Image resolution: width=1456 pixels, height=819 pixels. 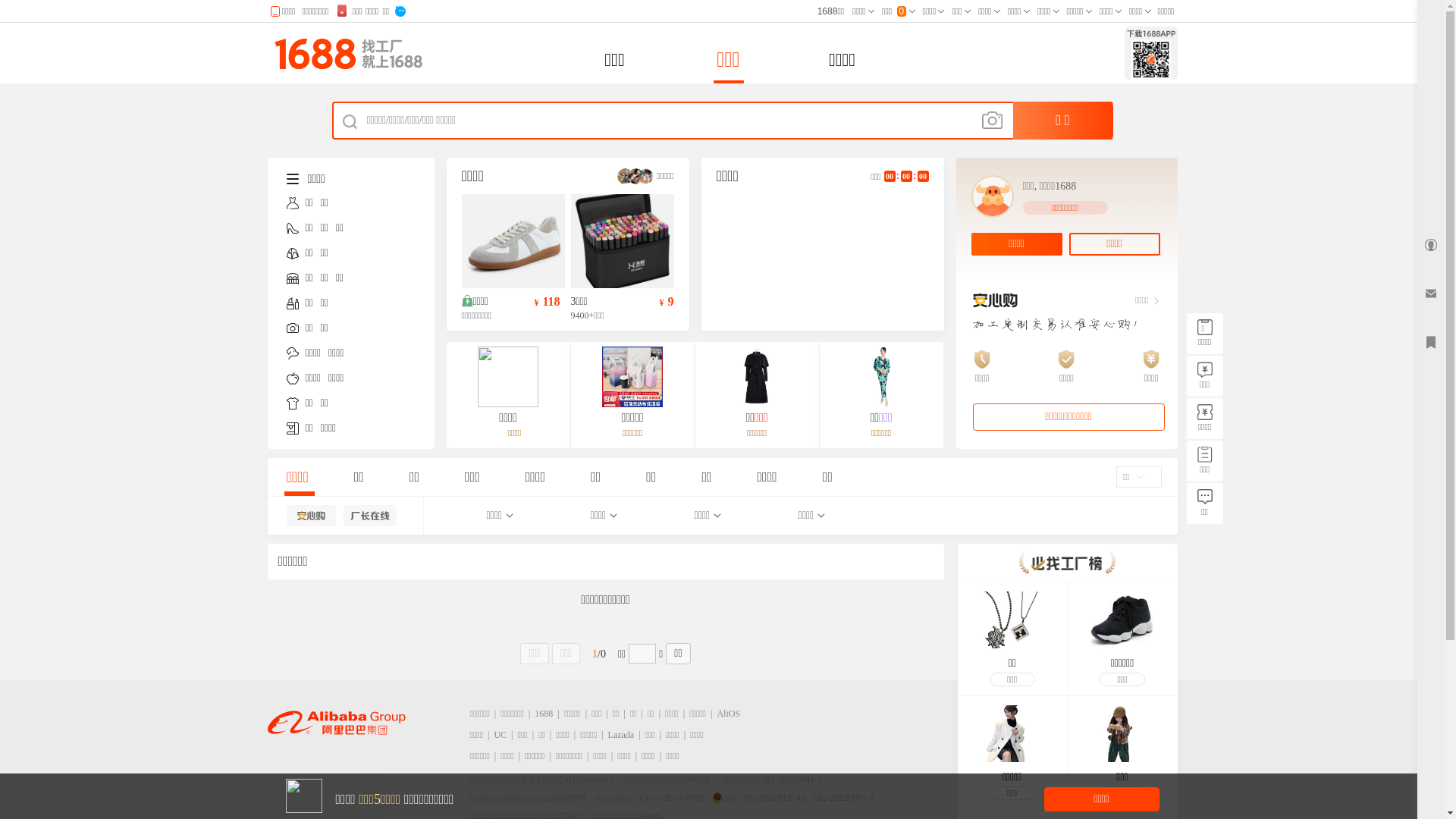 I want to click on 'UC', so click(x=494, y=733).